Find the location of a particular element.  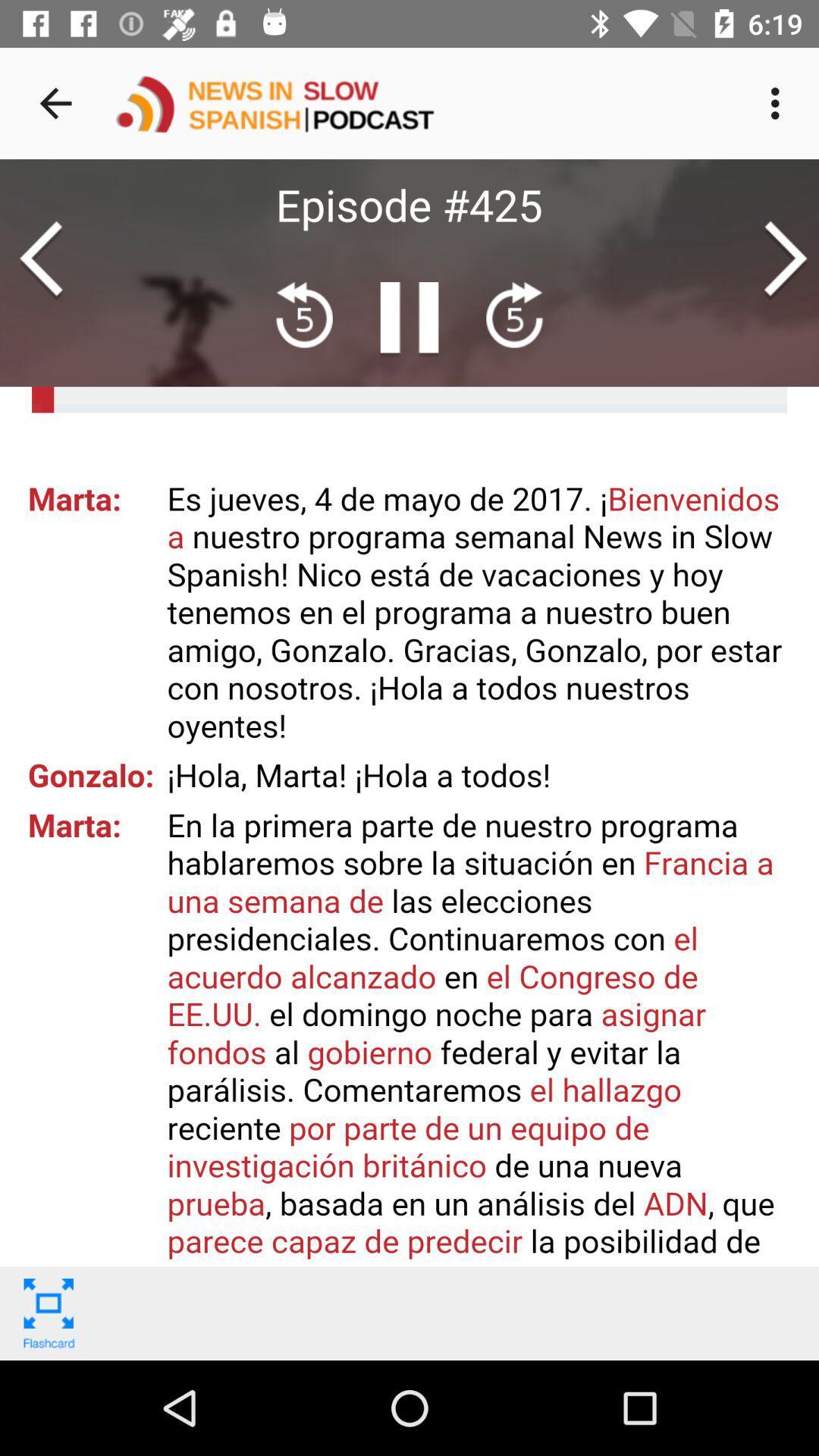

the av_forward icon is located at coordinates (513, 315).